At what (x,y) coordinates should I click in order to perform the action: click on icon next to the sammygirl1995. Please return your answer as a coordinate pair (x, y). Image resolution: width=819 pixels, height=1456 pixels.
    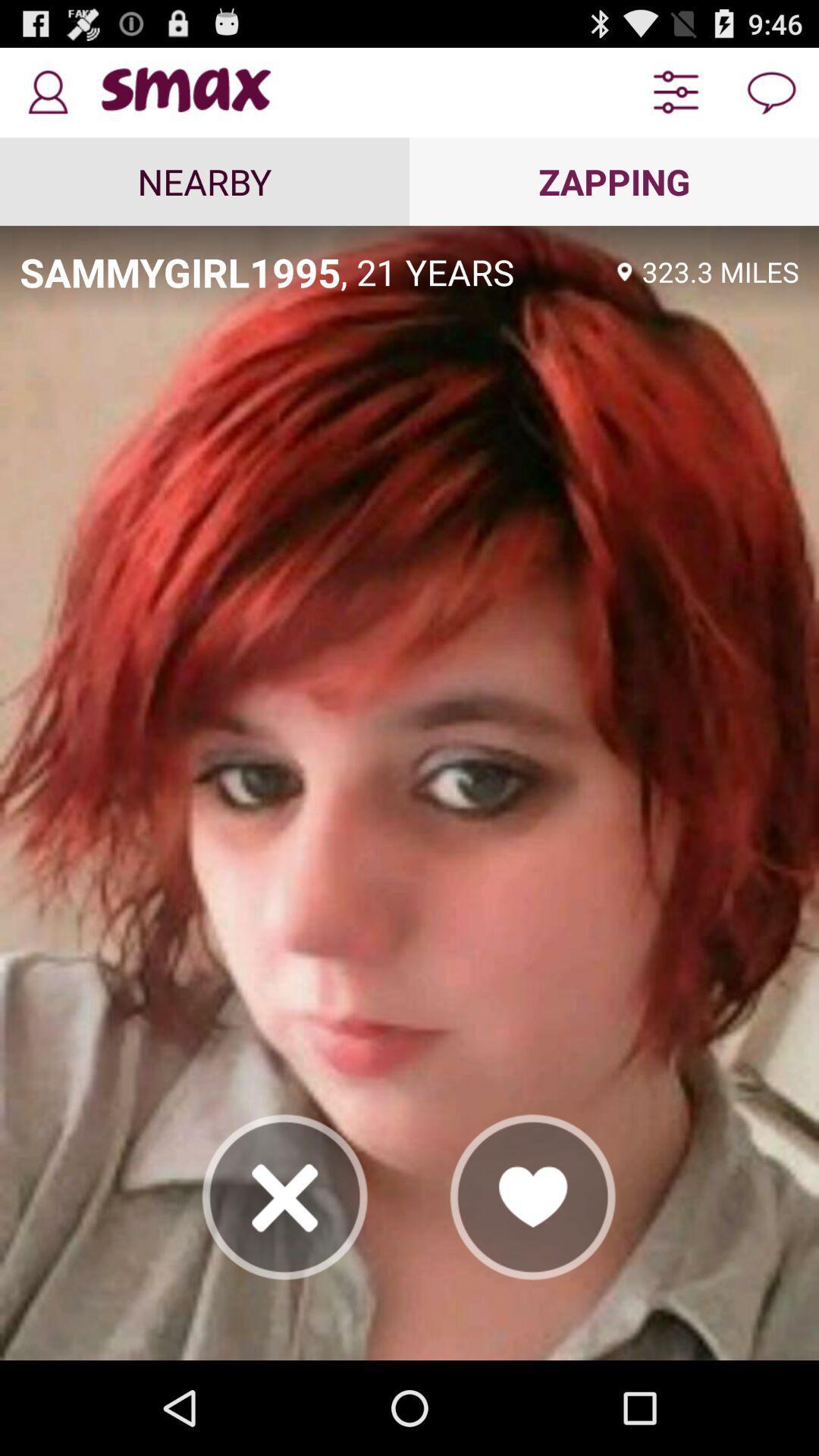
    Looking at the image, I should click on (473, 271).